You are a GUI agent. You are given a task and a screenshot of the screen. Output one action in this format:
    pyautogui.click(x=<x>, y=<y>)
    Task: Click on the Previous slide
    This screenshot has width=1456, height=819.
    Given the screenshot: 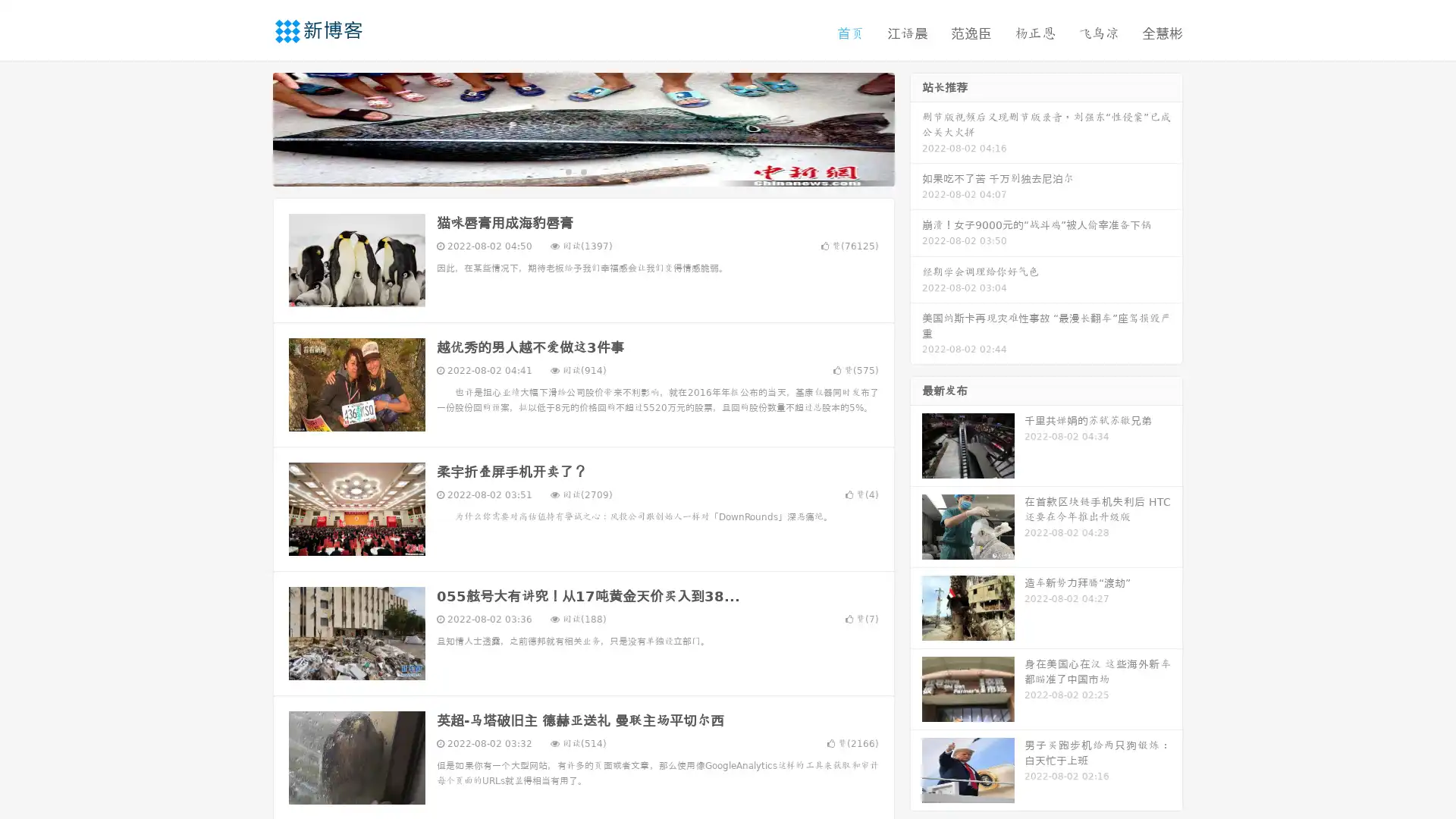 What is the action you would take?
    pyautogui.click(x=250, y=127)
    